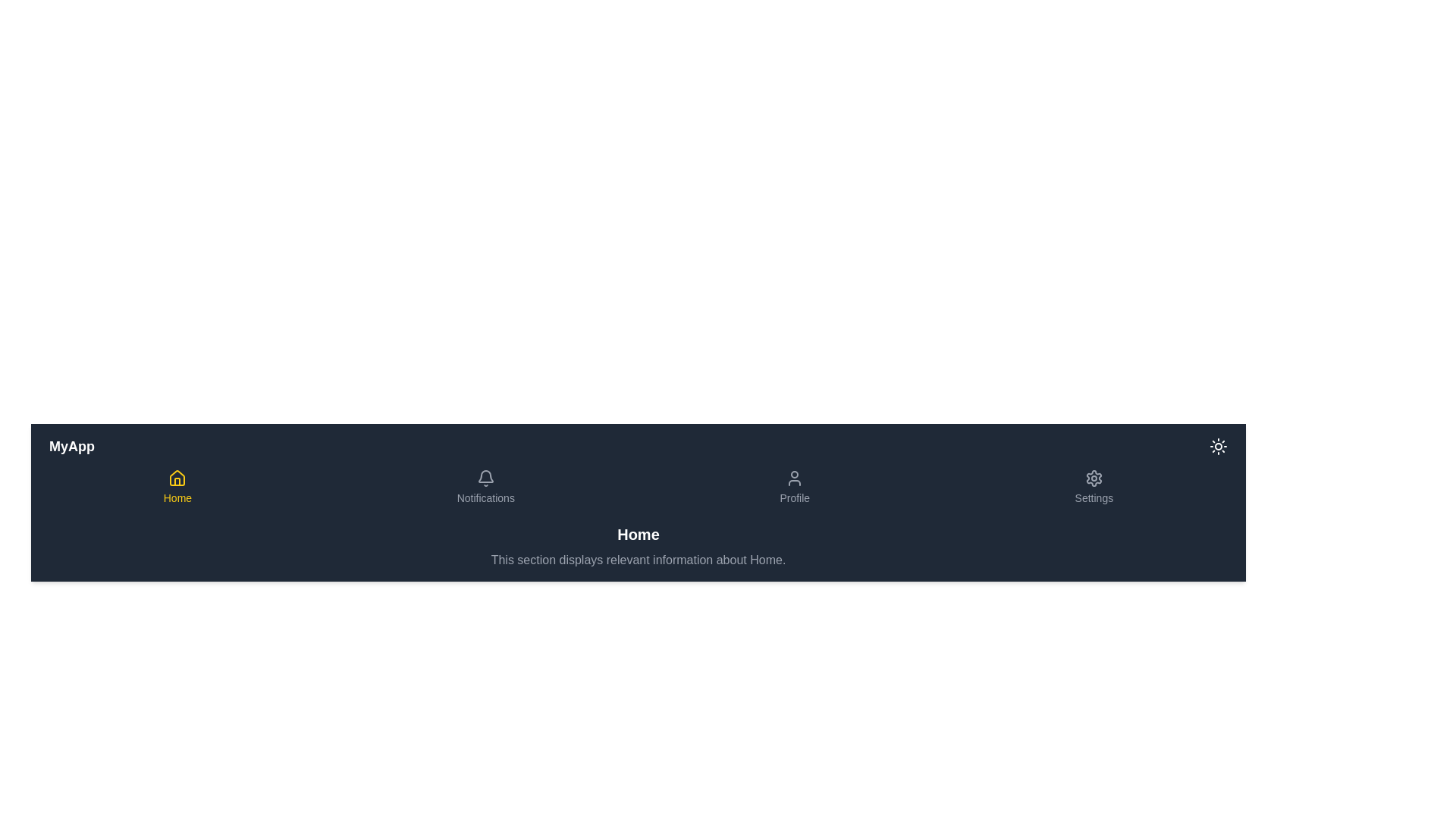 This screenshot has width=1456, height=819. What do you see at coordinates (71, 446) in the screenshot?
I see `the app's name 'MyApp' in the header to inspect its branding` at bounding box center [71, 446].